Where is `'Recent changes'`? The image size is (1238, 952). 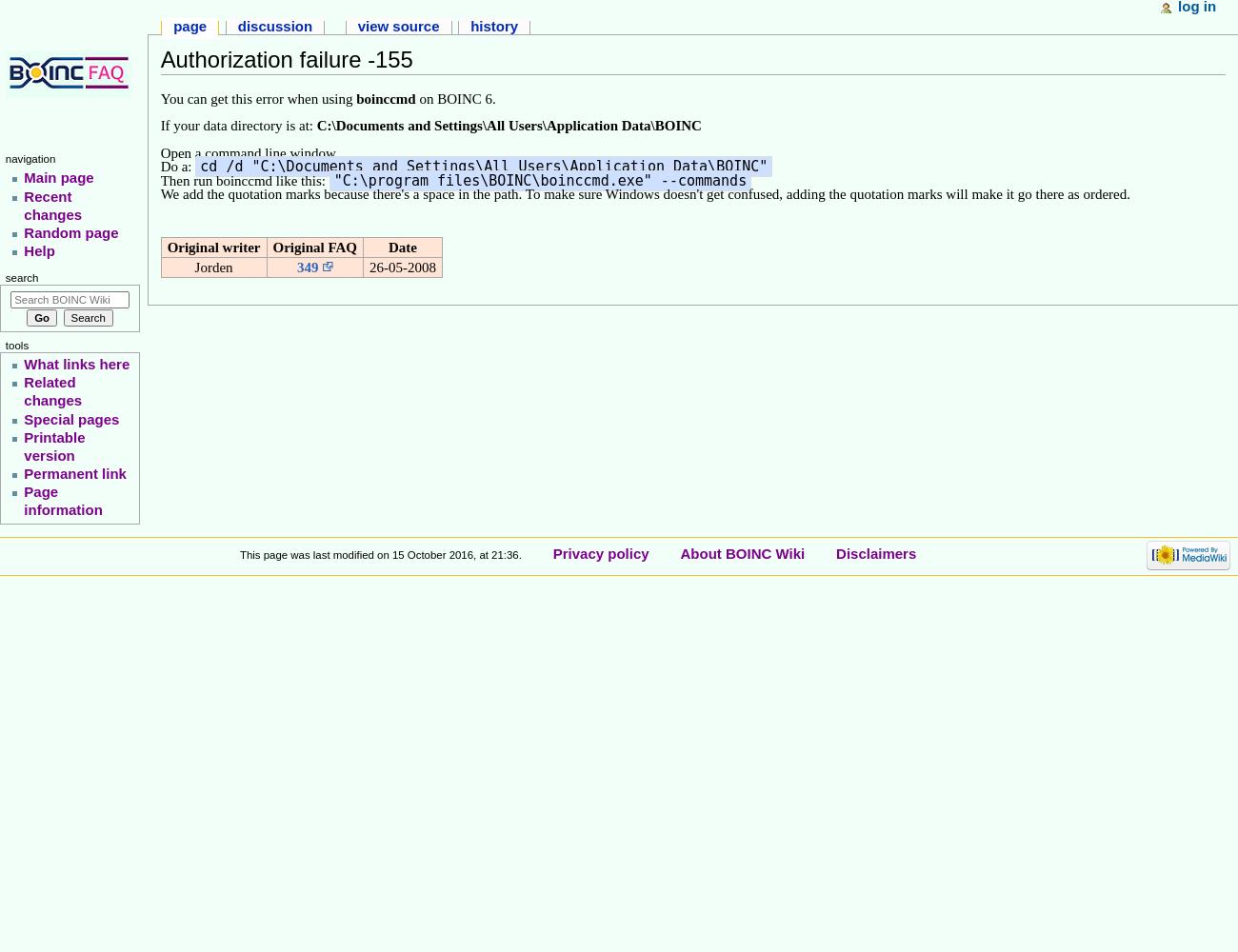
'Recent changes' is located at coordinates (52, 204).